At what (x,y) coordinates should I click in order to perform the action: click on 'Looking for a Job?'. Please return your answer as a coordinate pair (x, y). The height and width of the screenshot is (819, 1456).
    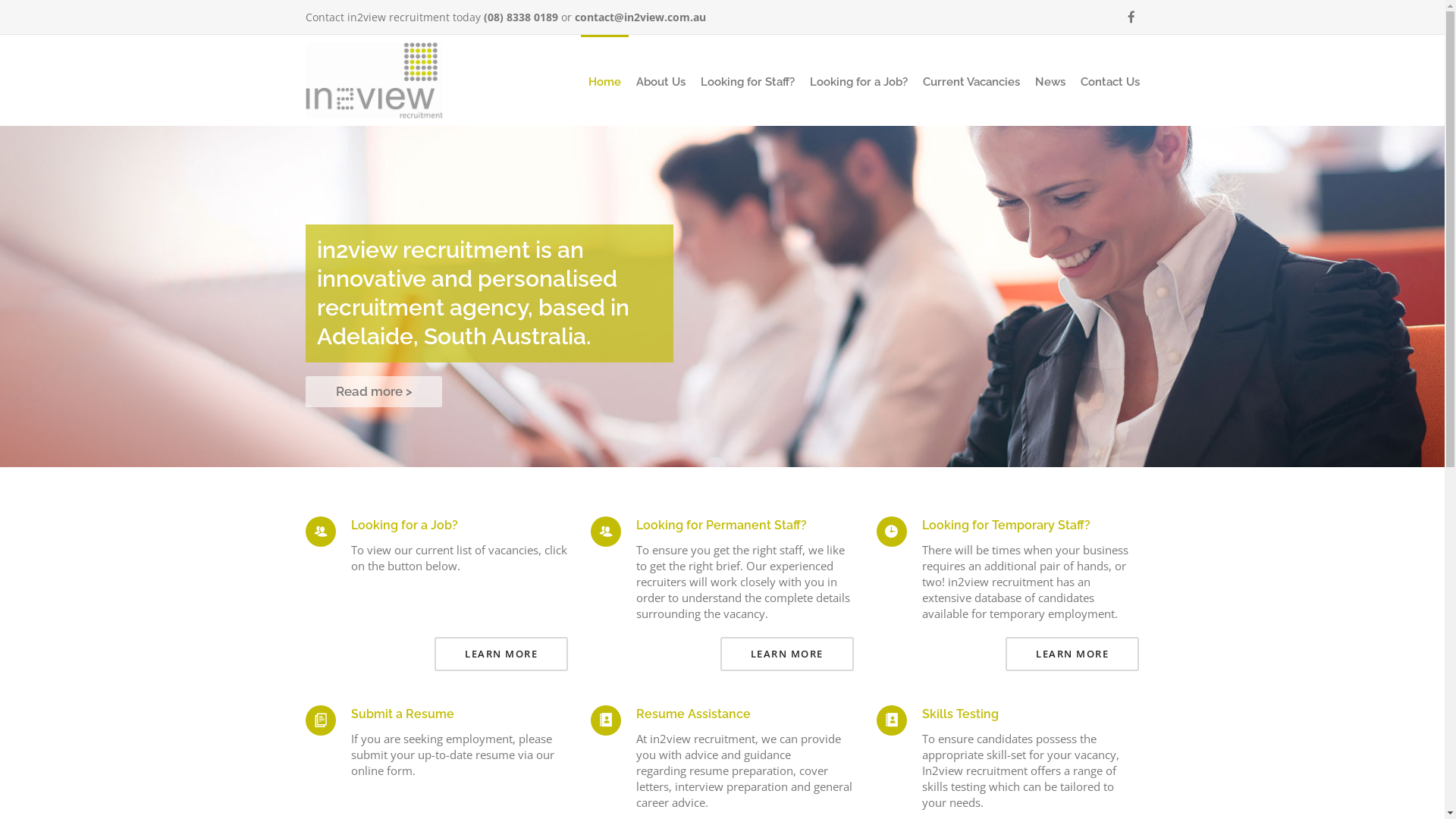
    Looking at the image, I should click on (403, 524).